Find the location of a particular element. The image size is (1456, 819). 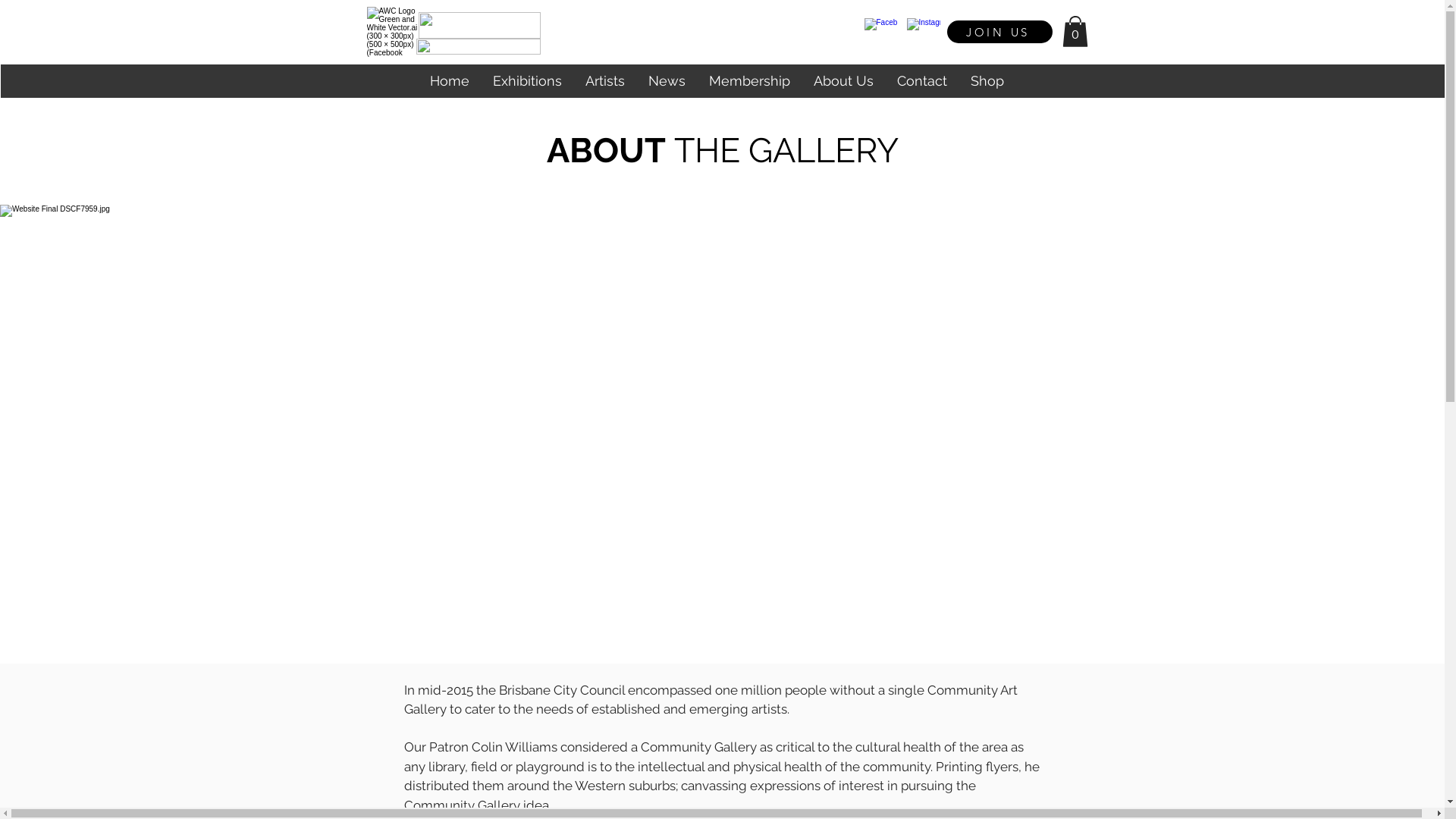

'Untitled design (44).png' is located at coordinates (415, 45).